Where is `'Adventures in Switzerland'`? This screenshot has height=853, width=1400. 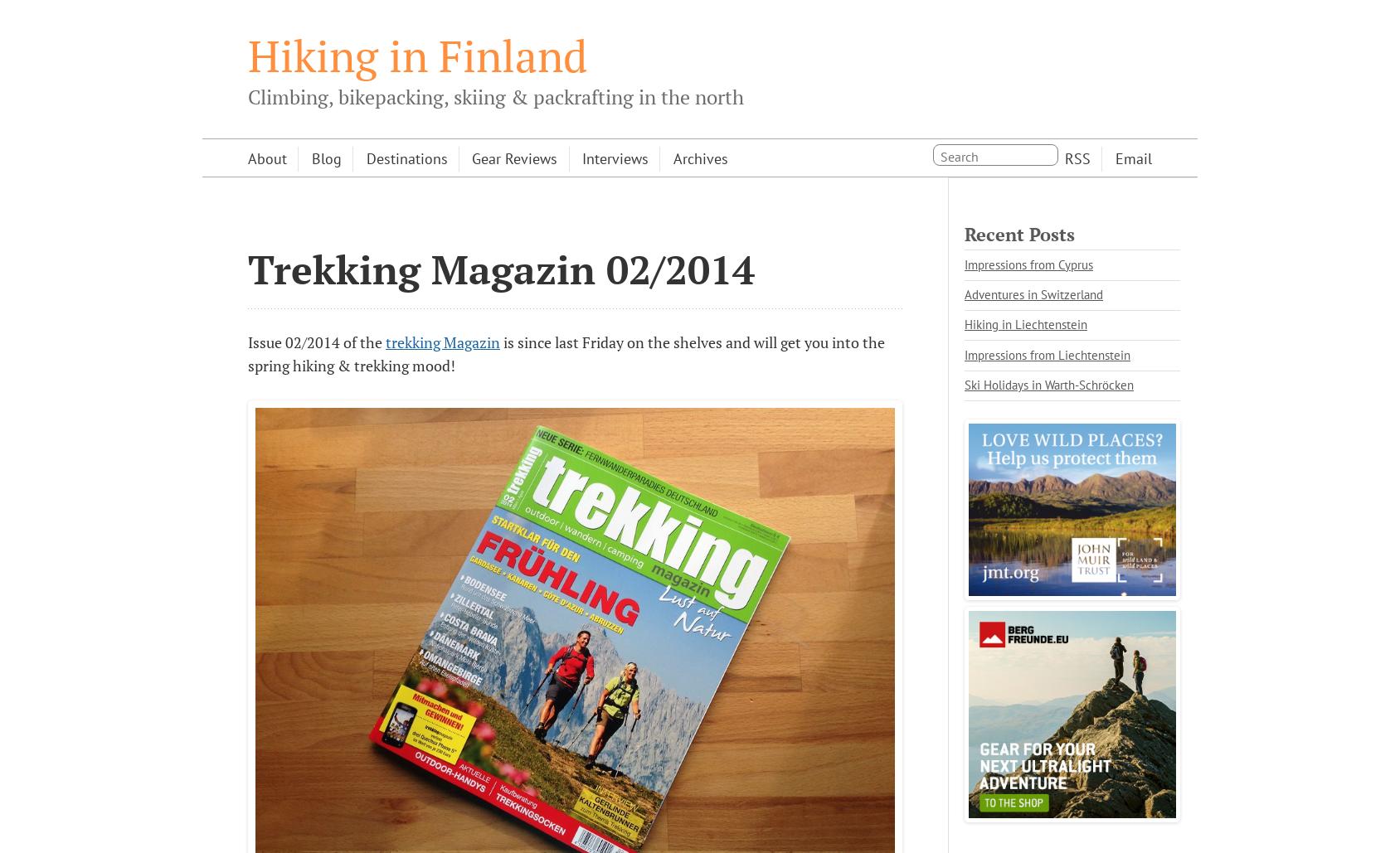
'Adventures in Switzerland' is located at coordinates (1033, 293).